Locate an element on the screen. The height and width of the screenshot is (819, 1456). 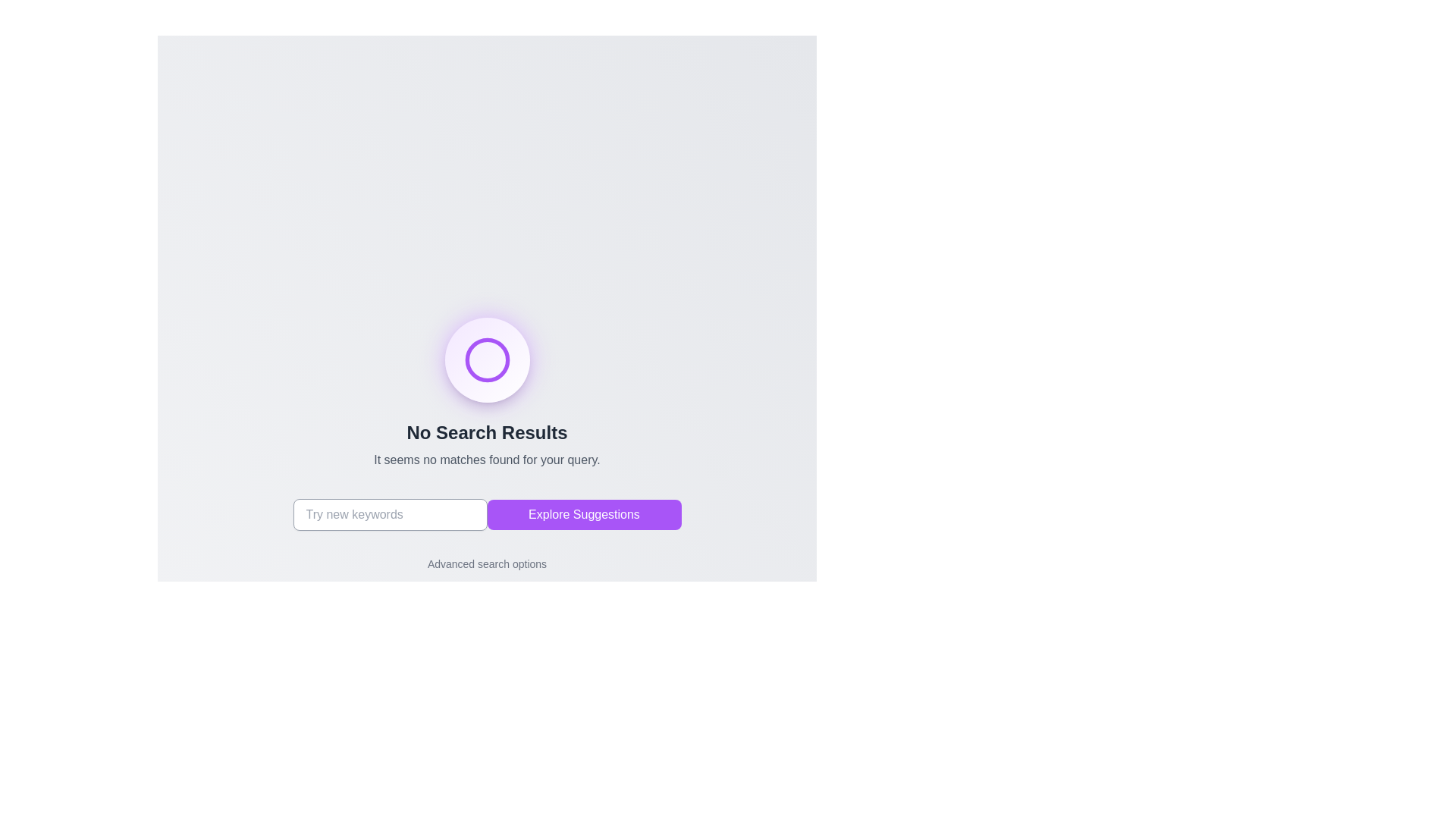
the Interactive text link located near the bottom of the interface, directly below the 'Explore Suggestions' button is located at coordinates (487, 563).